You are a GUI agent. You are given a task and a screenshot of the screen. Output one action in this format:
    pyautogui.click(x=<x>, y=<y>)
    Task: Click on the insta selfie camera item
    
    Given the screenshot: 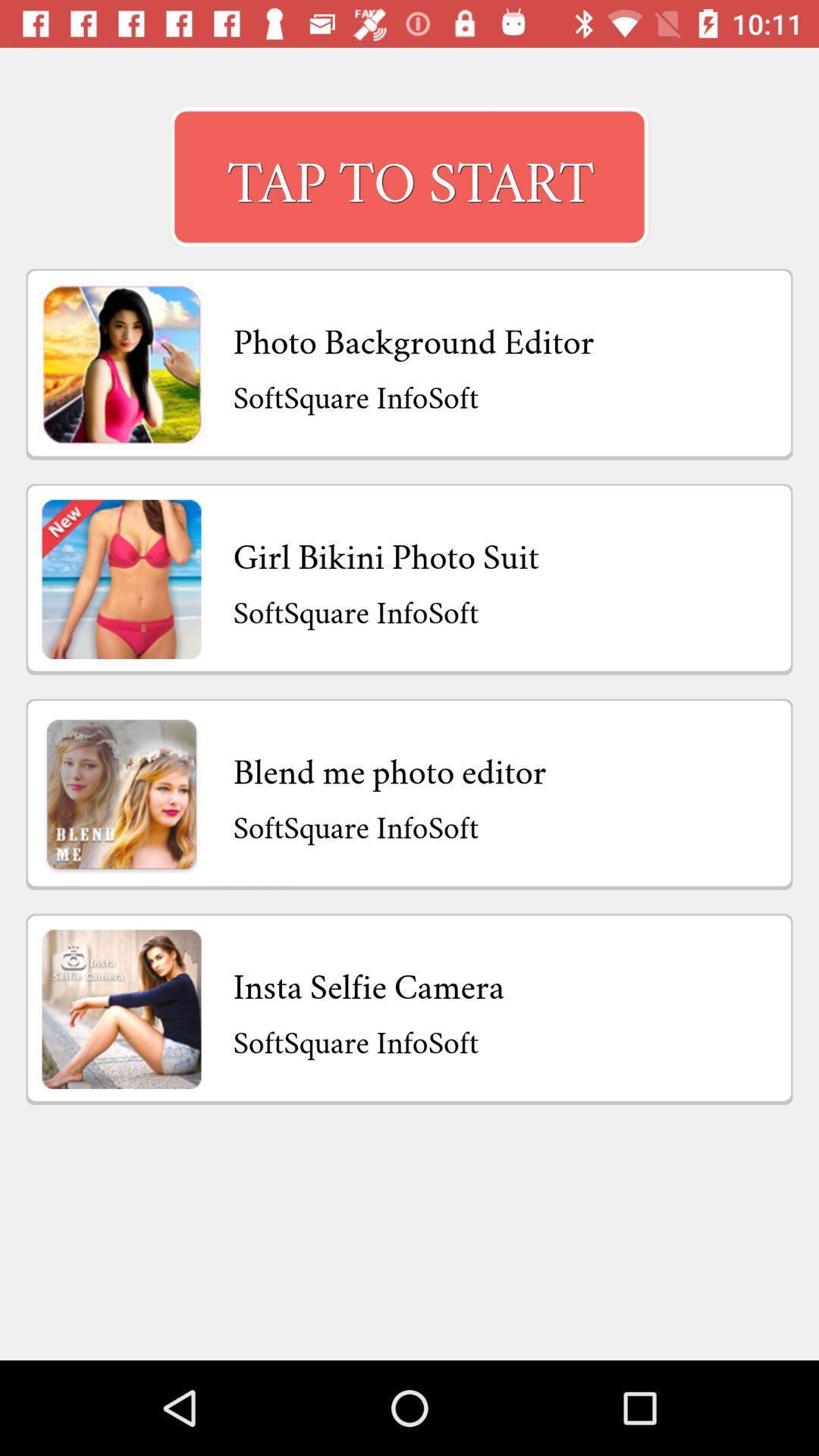 What is the action you would take?
    pyautogui.click(x=369, y=983)
    